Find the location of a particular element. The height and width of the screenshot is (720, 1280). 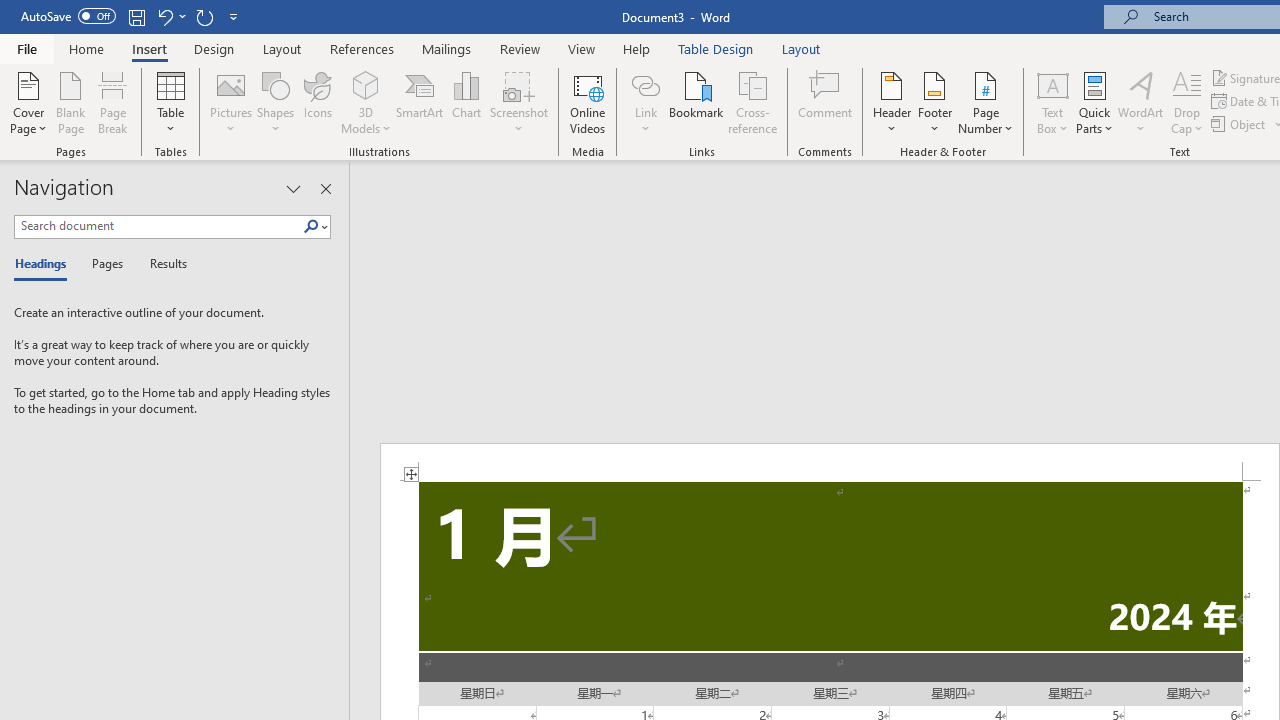

'Chart...' is located at coordinates (465, 103).